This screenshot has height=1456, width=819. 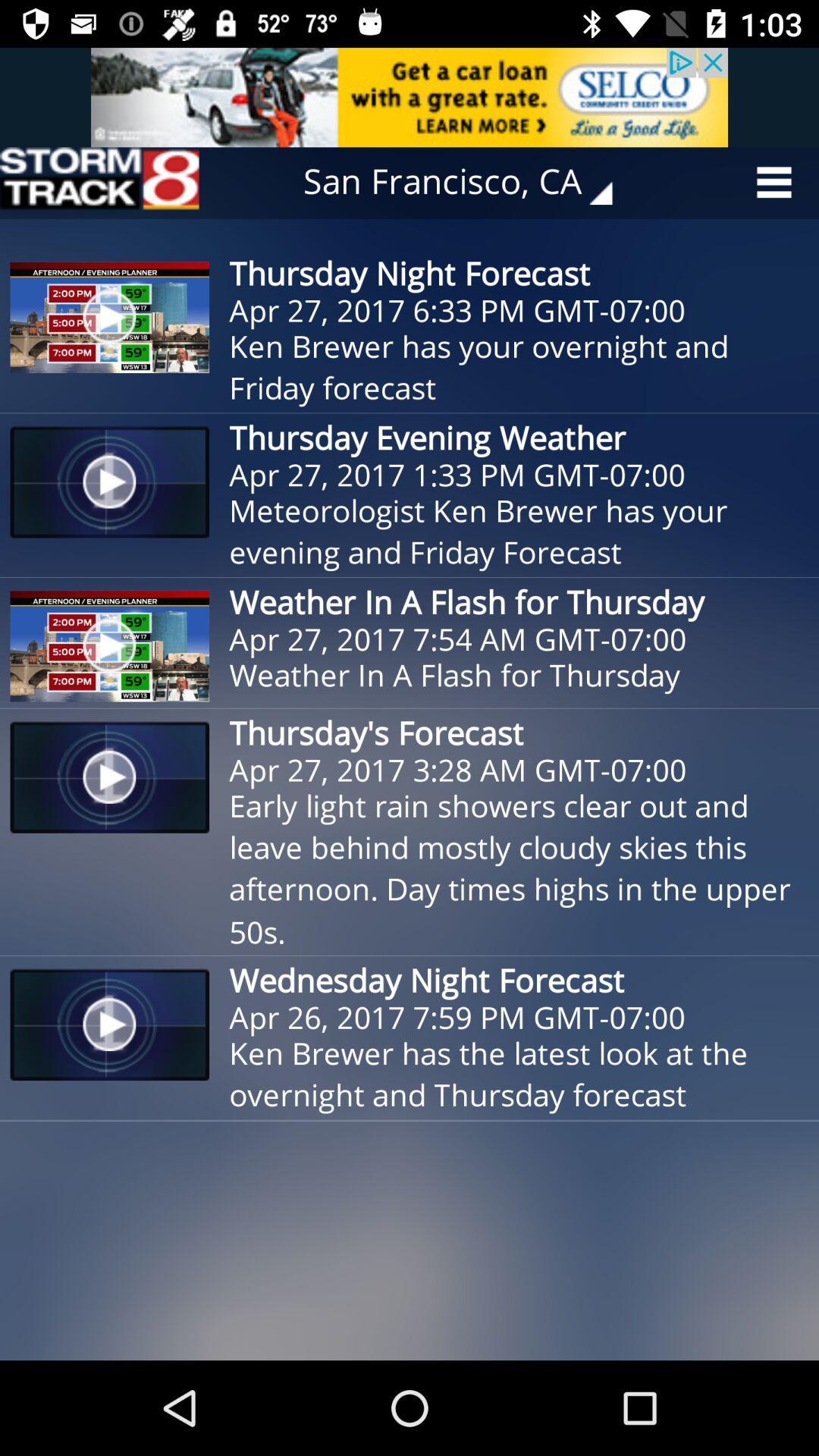 What do you see at coordinates (409, 96) in the screenshot?
I see `click advertisement` at bounding box center [409, 96].